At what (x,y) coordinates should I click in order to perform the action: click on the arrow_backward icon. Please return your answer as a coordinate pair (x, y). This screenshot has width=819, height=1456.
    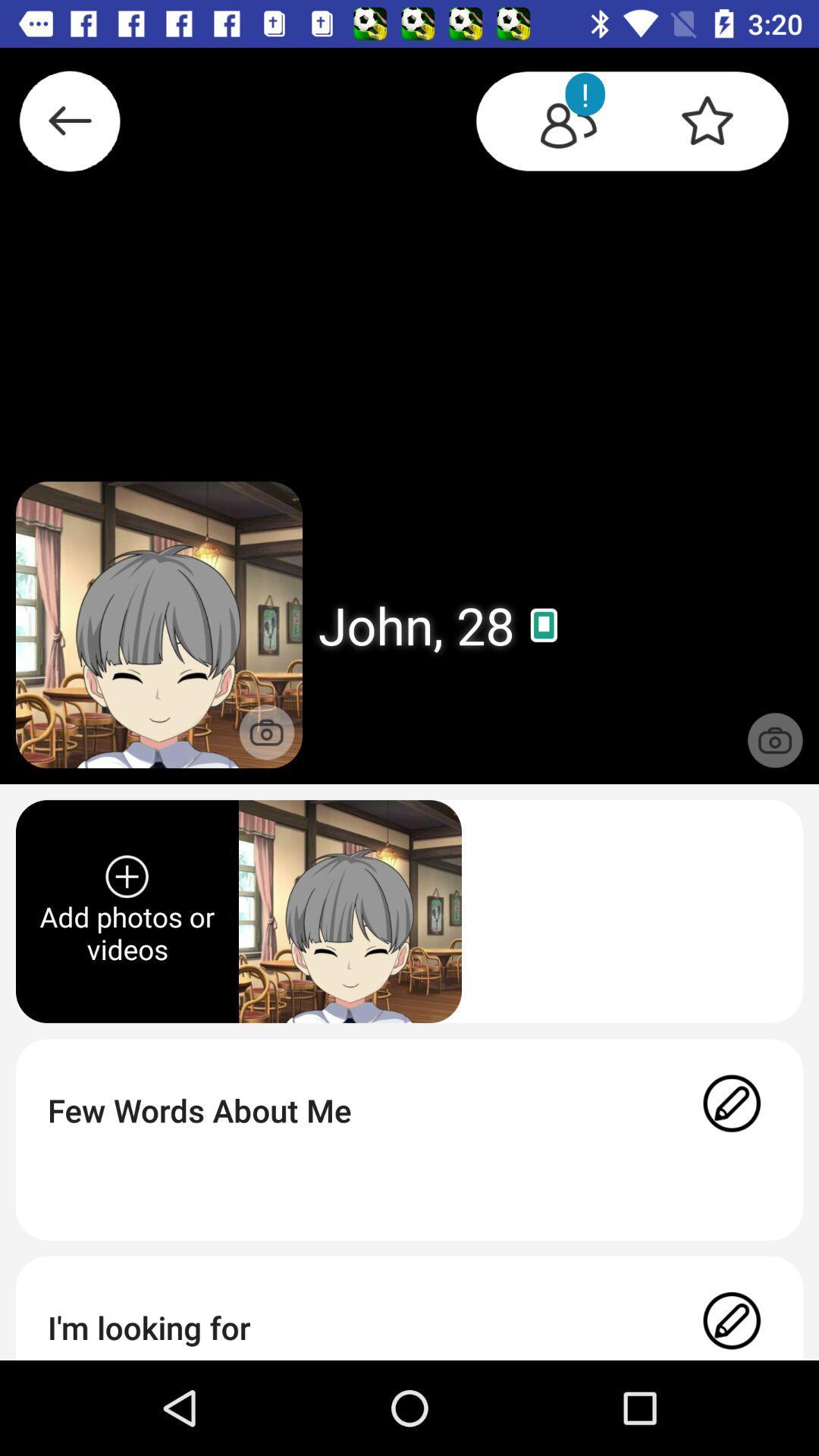
    Looking at the image, I should click on (70, 127).